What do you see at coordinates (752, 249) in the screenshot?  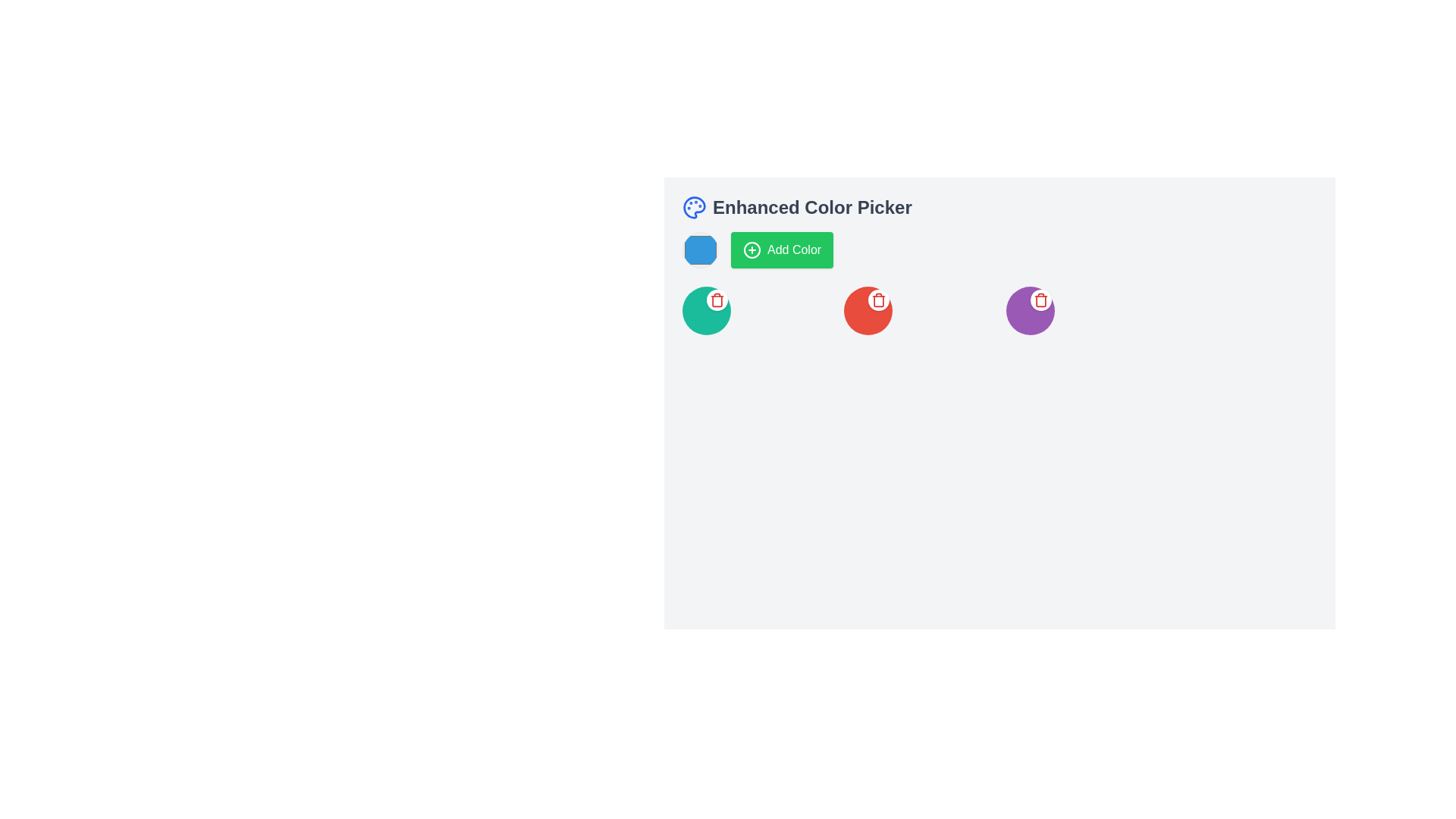 I see `the plus sign icon within the 'Add Color' button` at bounding box center [752, 249].